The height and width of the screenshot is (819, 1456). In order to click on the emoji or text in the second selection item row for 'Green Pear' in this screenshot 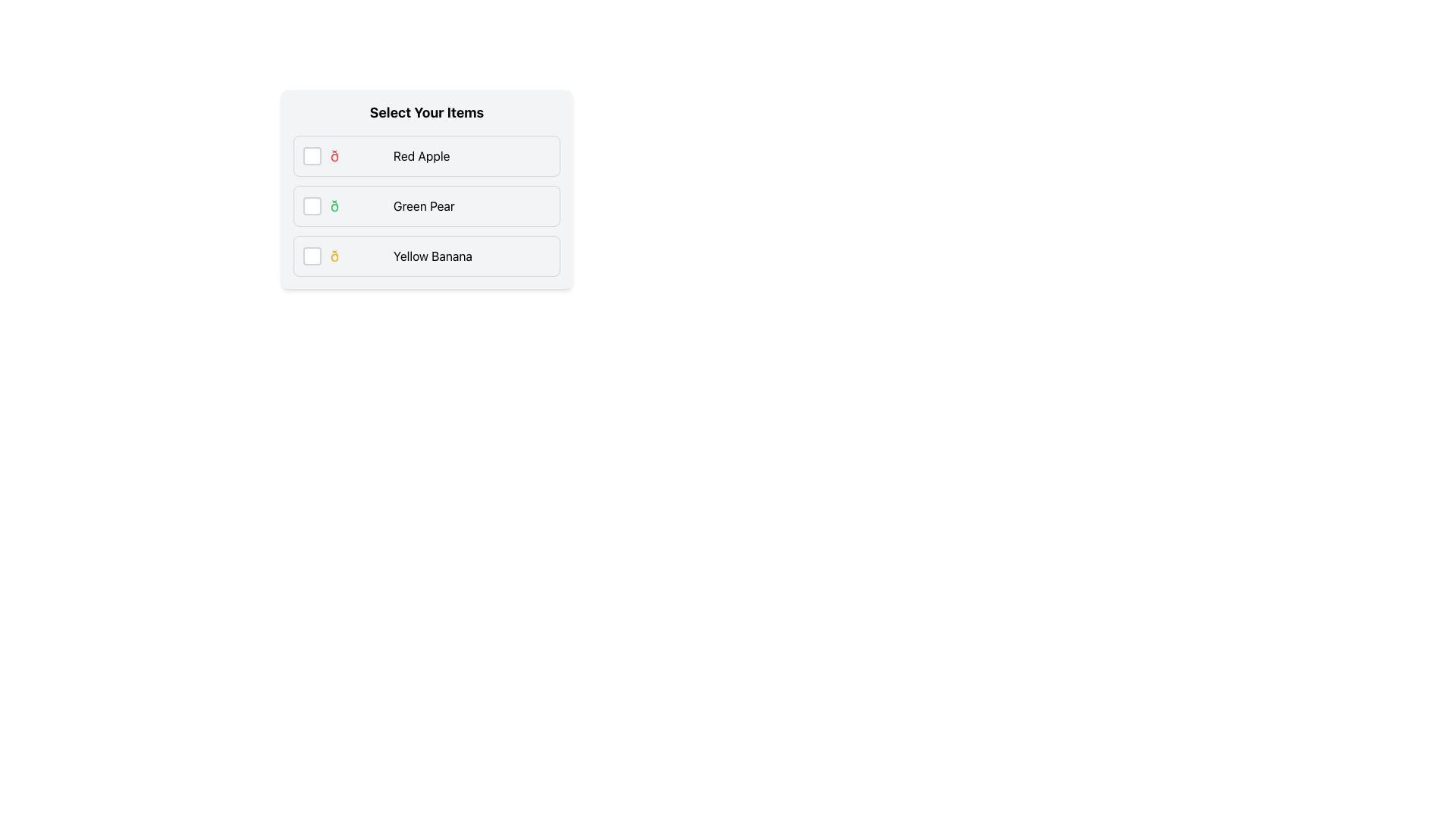, I will do `click(425, 206)`.